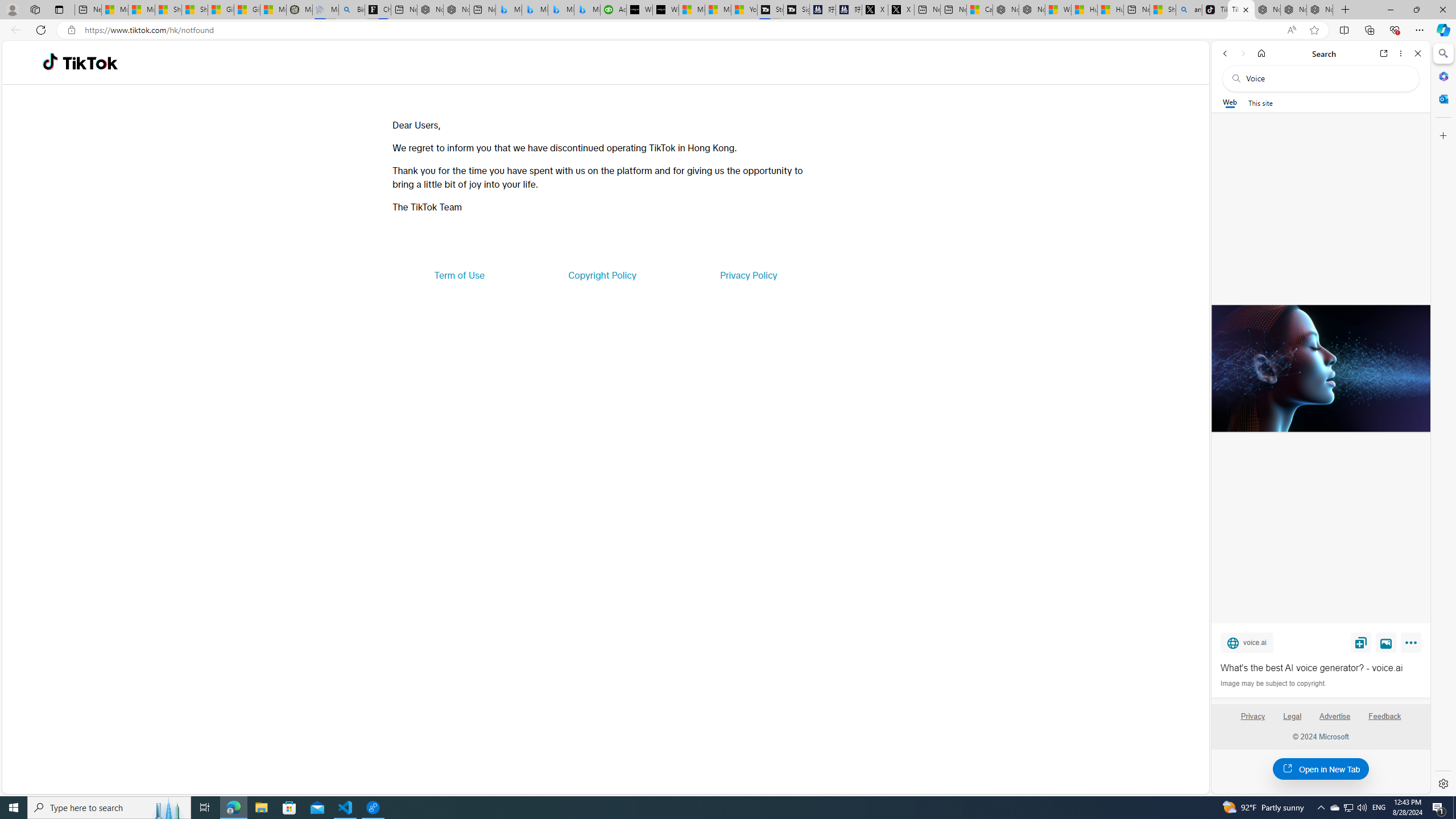 The width and height of the screenshot is (1456, 819). Describe the element at coordinates (1259, 102) in the screenshot. I see `'This site scope'` at that location.